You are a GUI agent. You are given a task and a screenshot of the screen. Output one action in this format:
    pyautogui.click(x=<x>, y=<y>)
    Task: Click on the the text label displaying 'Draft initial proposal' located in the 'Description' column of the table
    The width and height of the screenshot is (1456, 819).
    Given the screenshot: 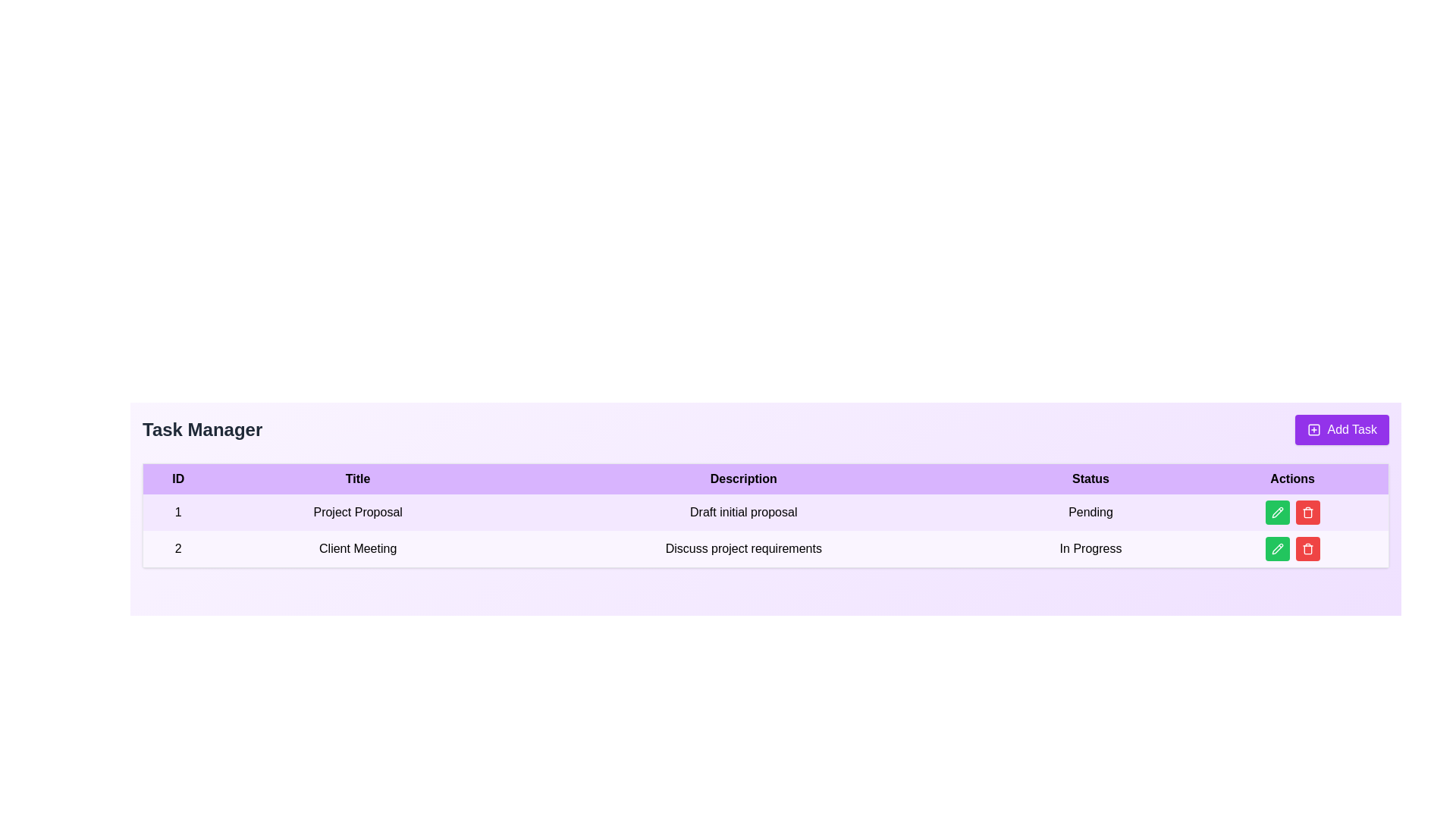 What is the action you would take?
    pyautogui.click(x=743, y=512)
    